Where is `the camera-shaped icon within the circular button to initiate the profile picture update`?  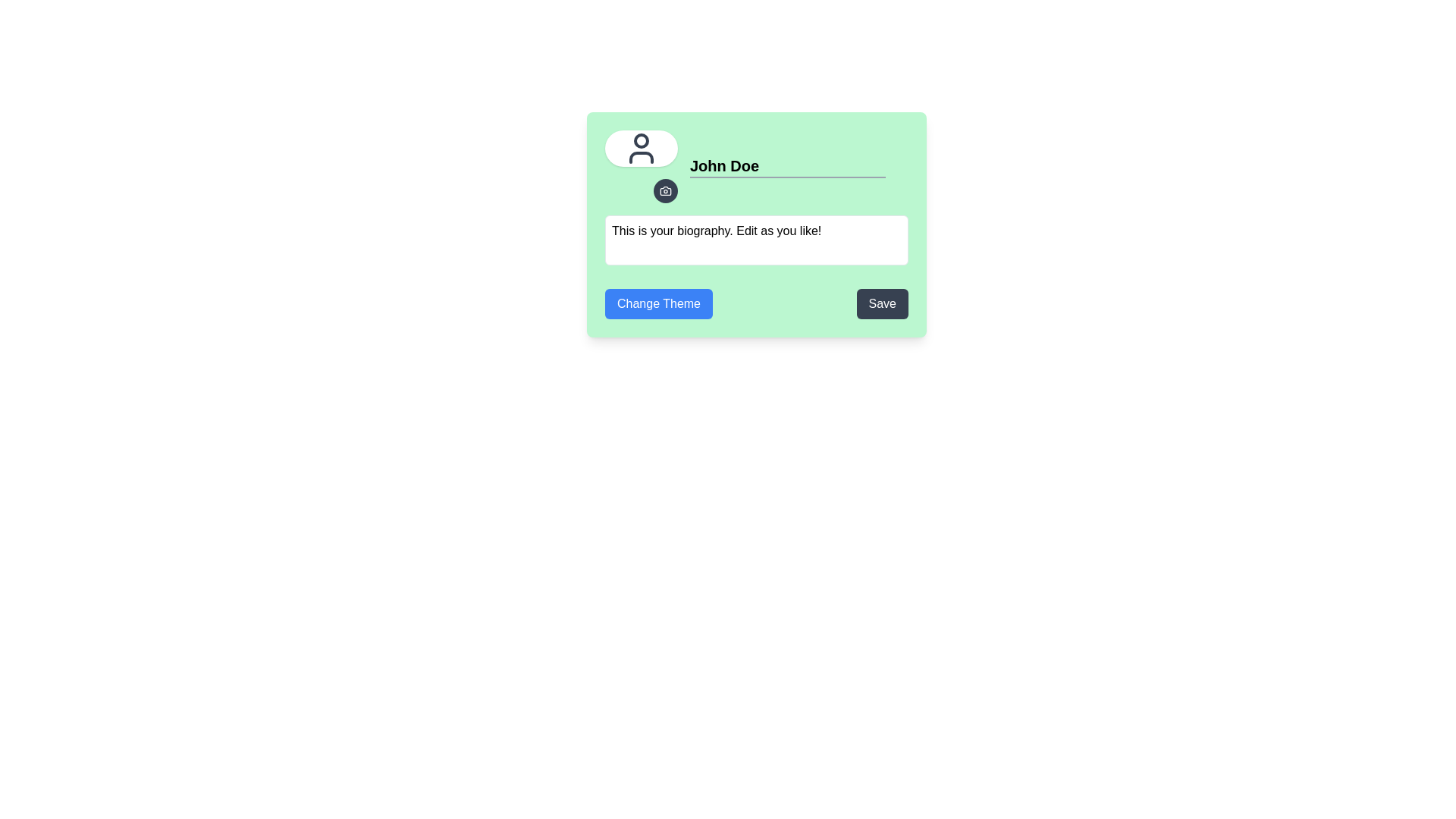
the camera-shaped icon within the circular button to initiate the profile picture update is located at coordinates (666, 190).